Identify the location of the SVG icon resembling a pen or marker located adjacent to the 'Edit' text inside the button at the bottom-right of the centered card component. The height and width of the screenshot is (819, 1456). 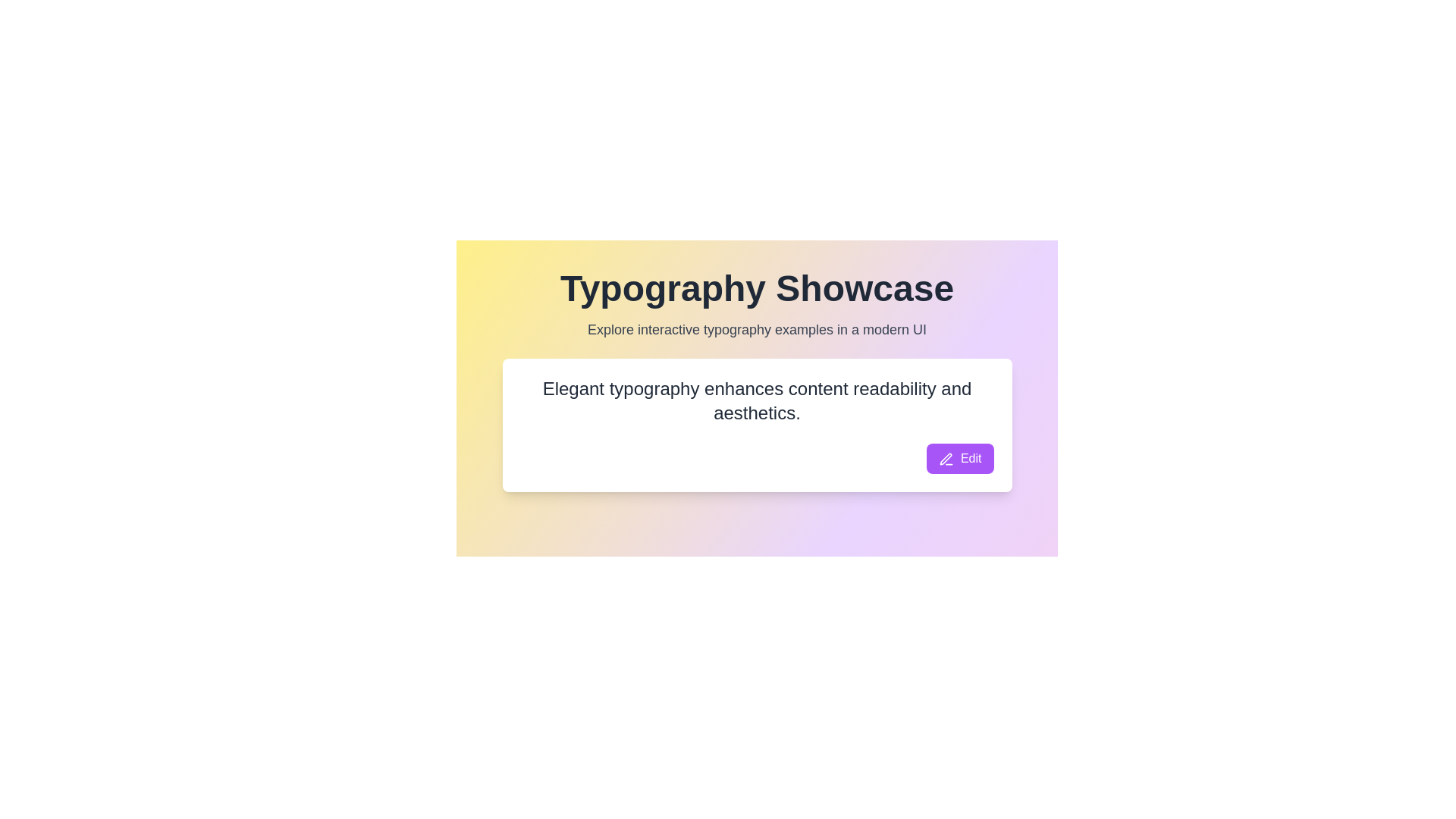
(946, 458).